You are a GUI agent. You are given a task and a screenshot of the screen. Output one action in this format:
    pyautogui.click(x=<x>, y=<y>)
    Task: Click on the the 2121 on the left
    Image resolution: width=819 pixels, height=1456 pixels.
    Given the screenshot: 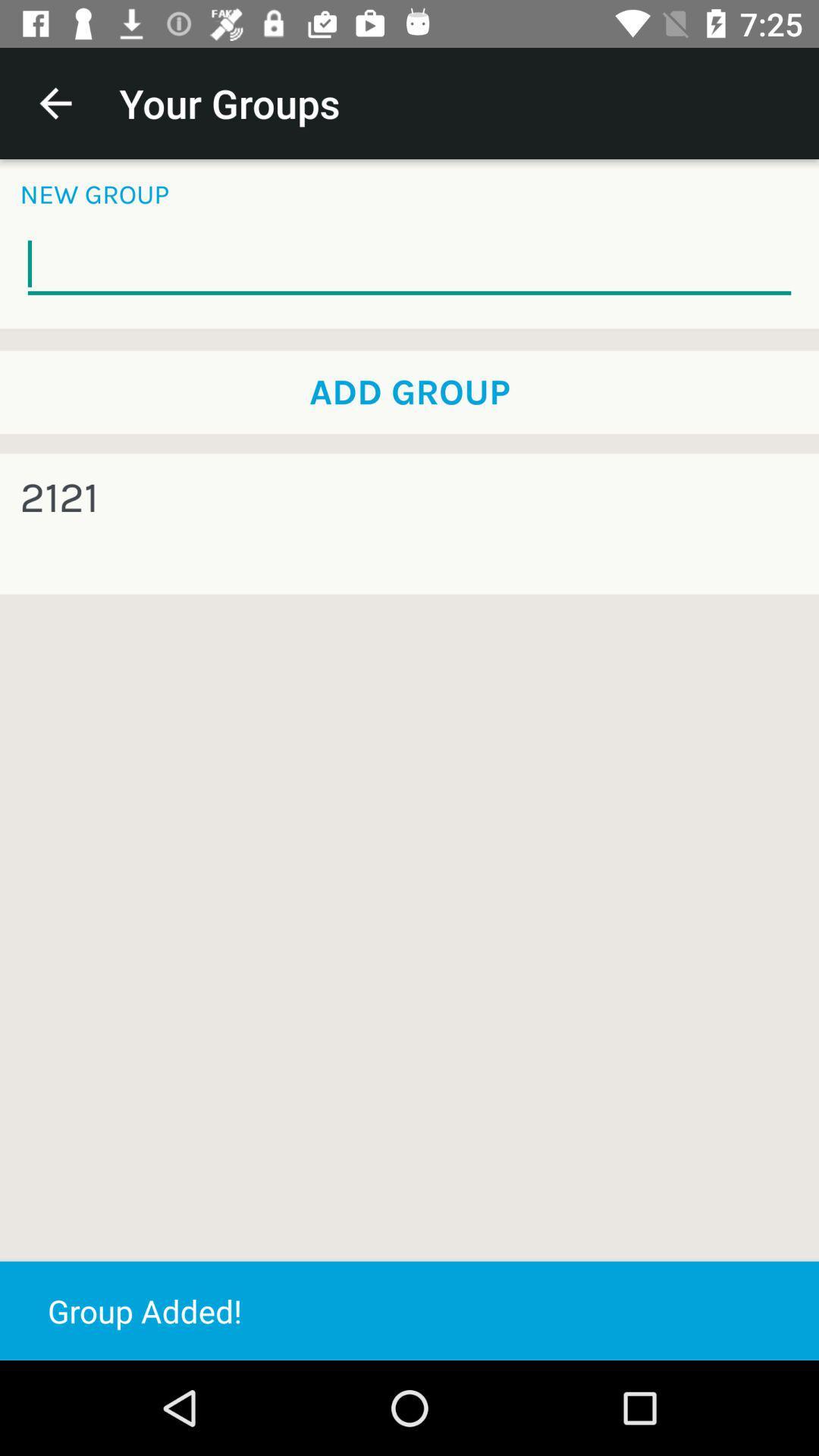 What is the action you would take?
    pyautogui.click(x=58, y=498)
    